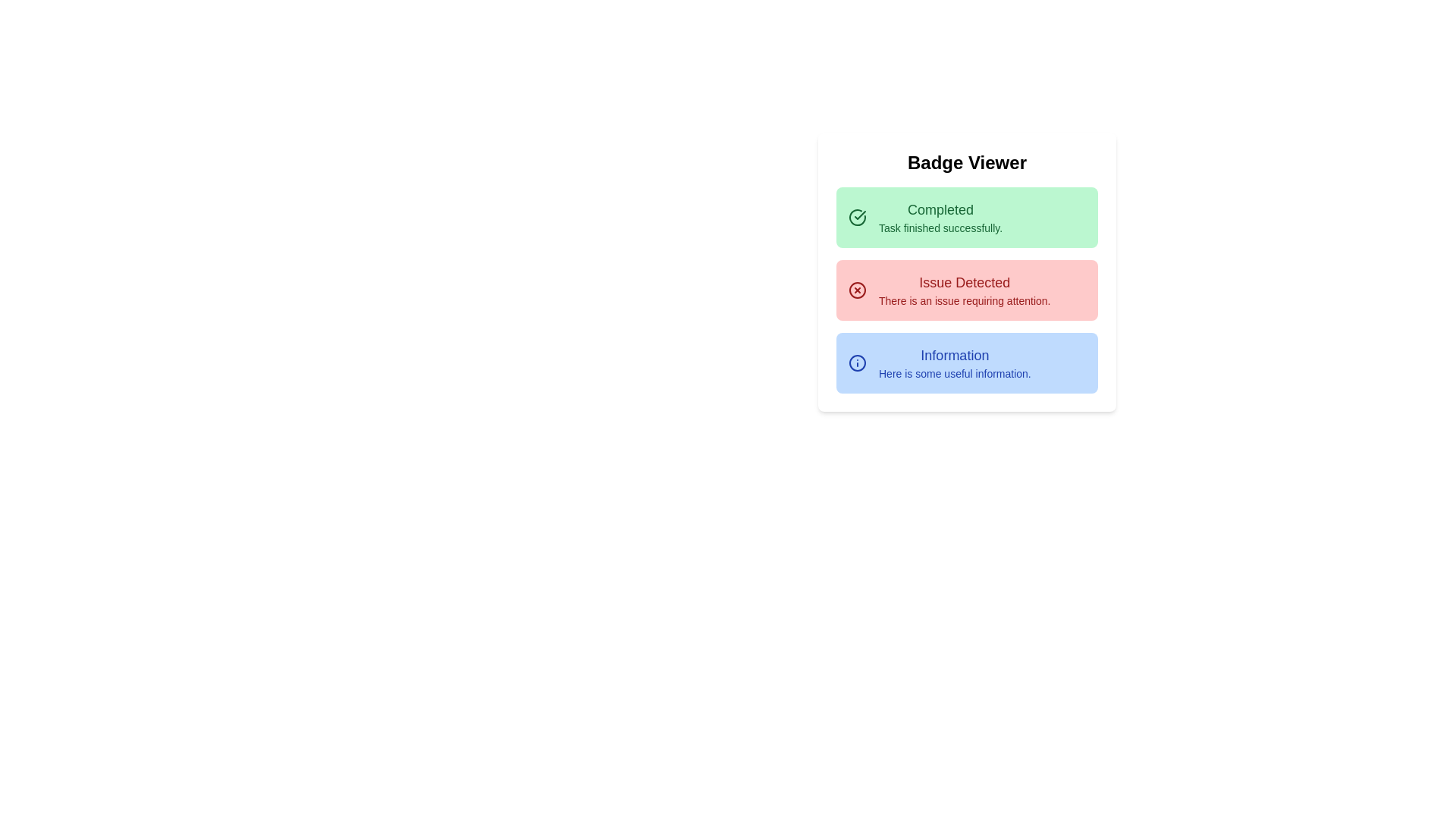 The image size is (1456, 819). Describe the element at coordinates (858, 290) in the screenshot. I see `the thin, circular icon with a red stroke and a cross inside, located in the second row under 'Badge Viewer' next to 'Issue Detected.'` at that location.